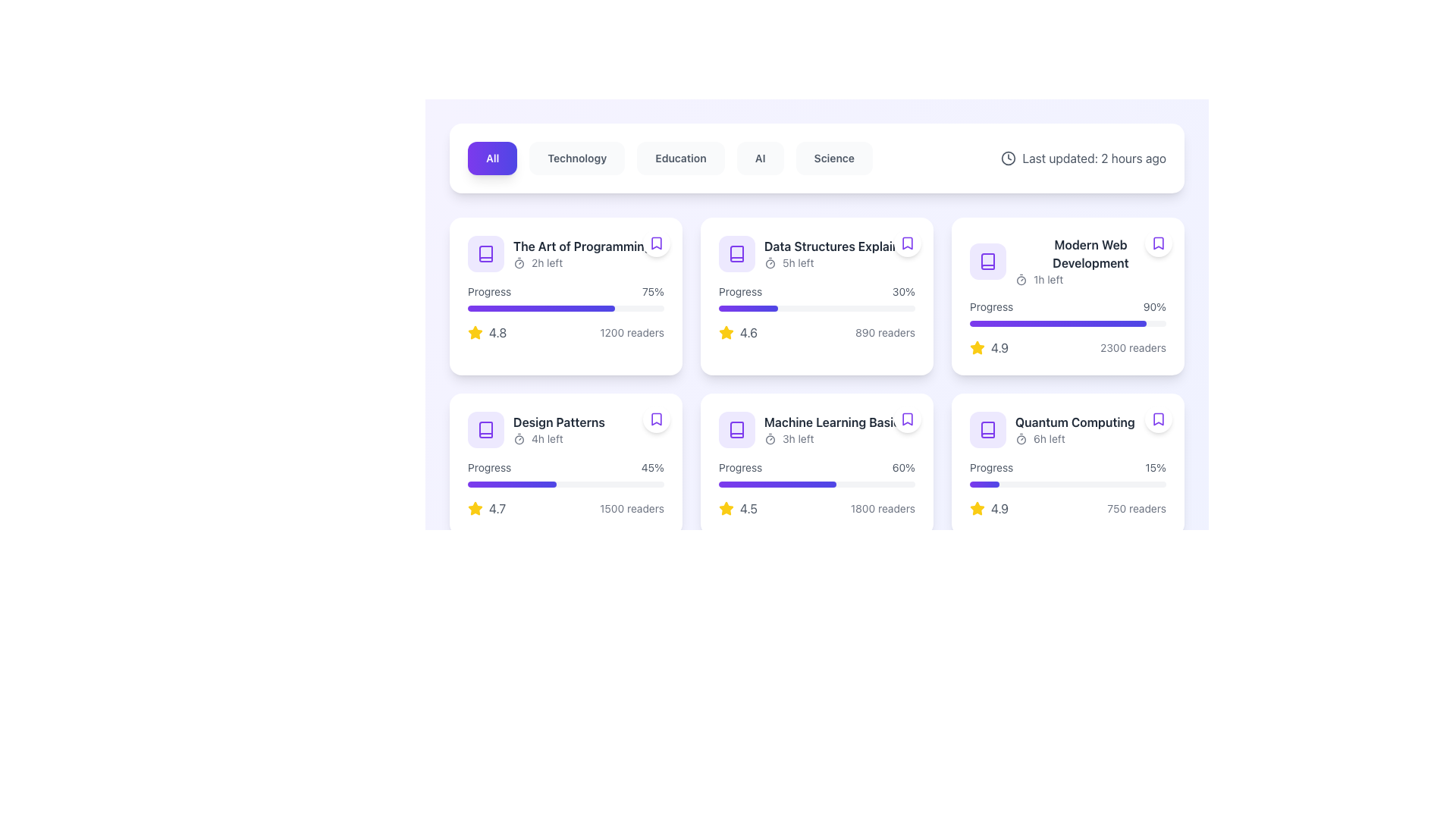 The height and width of the screenshot is (819, 1456). Describe the element at coordinates (816, 430) in the screenshot. I see `the Information Display Element that shows the title 'Machine Learning Basics' and the estimated time remaining '3h left'` at that location.